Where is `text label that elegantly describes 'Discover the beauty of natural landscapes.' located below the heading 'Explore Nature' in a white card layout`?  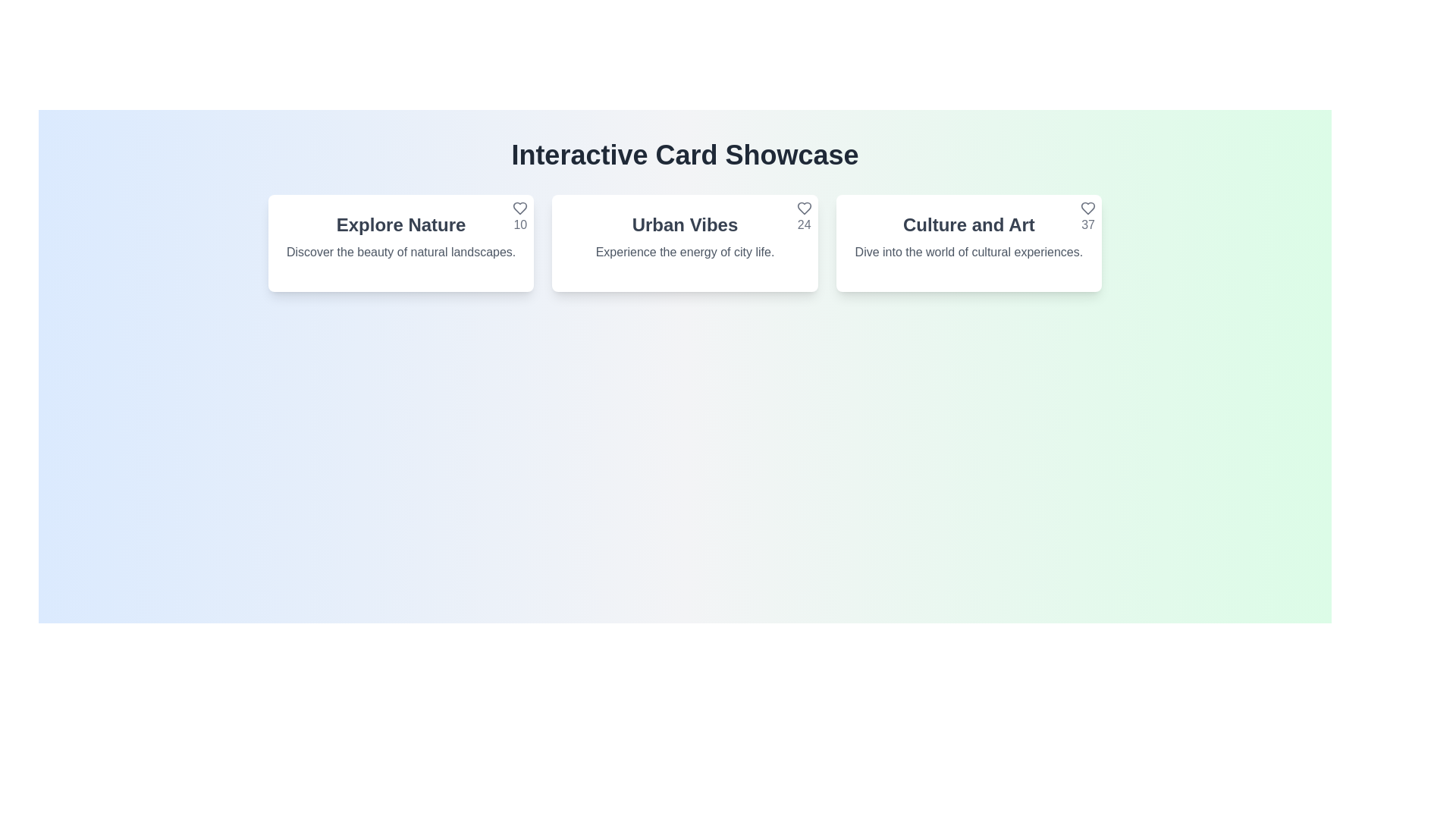
text label that elegantly describes 'Discover the beauty of natural landscapes.' located below the heading 'Explore Nature' in a white card layout is located at coordinates (401, 251).